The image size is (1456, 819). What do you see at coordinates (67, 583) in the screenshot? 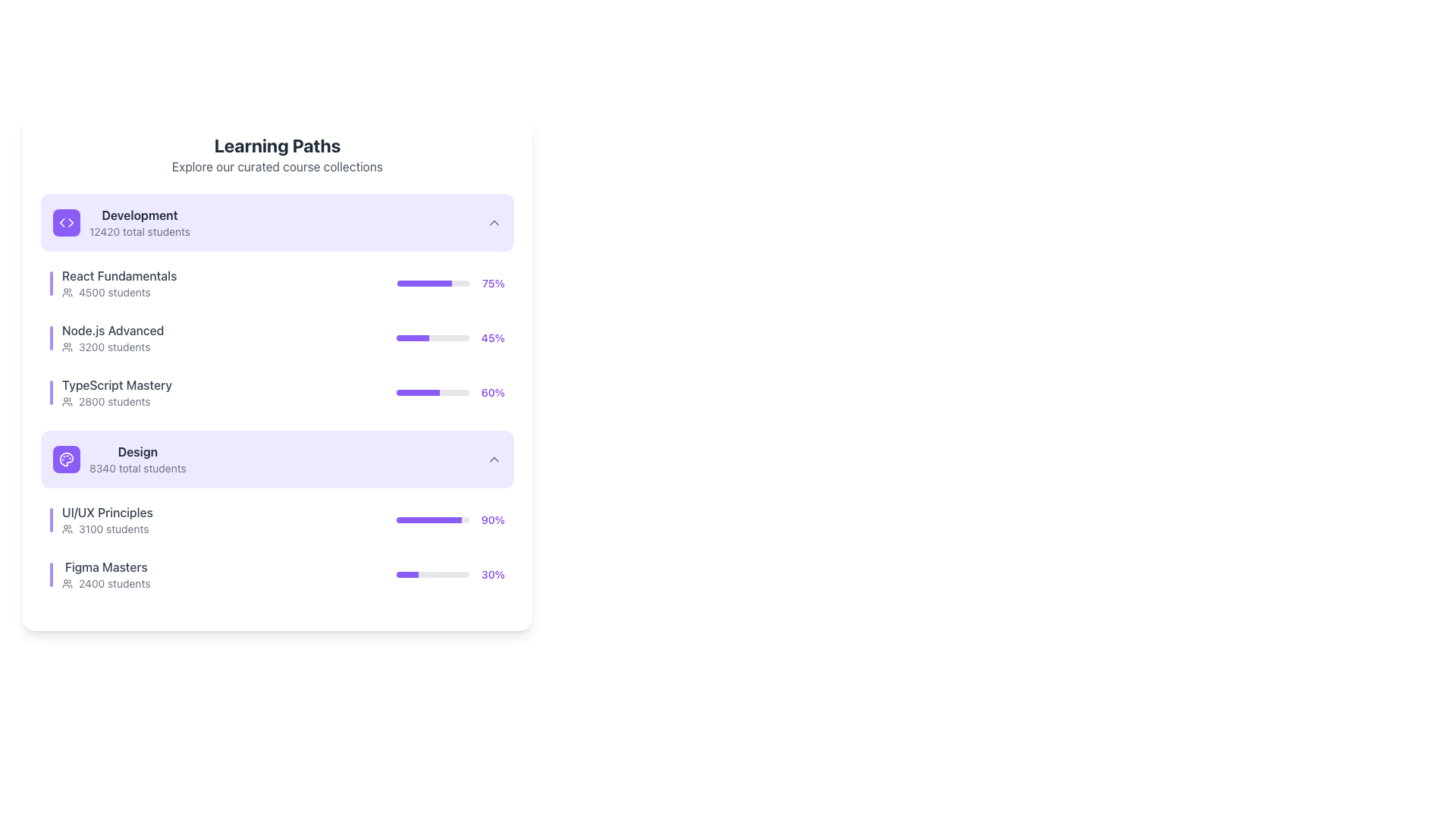
I see `the SVG icon indicating the number of students in the 'Figma Masters' course, located to the left of the text '2400 students' in the 'Design' section` at bounding box center [67, 583].